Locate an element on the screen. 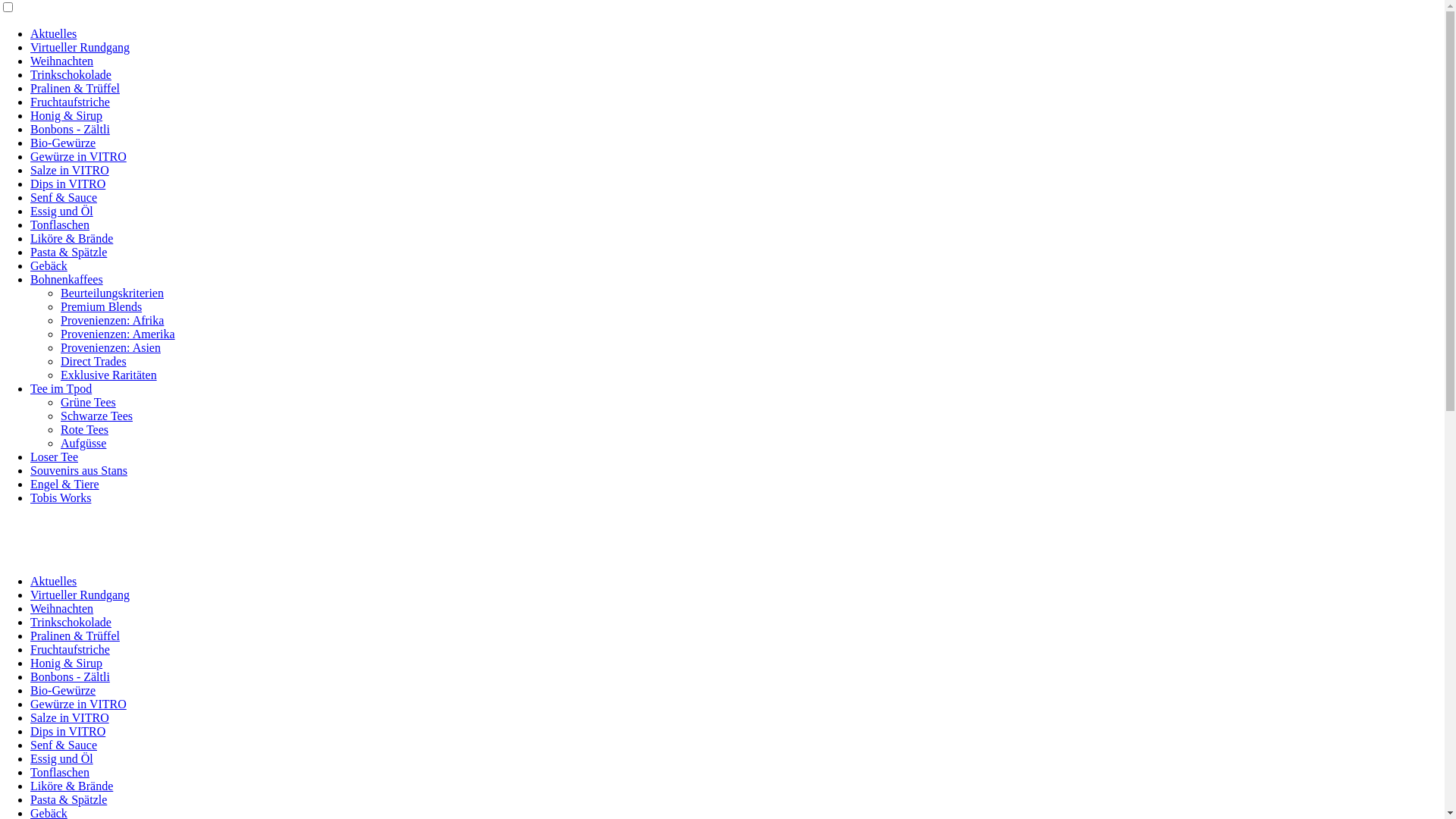 This screenshot has width=1456, height=819. 'Rote Tees' is located at coordinates (83, 429).